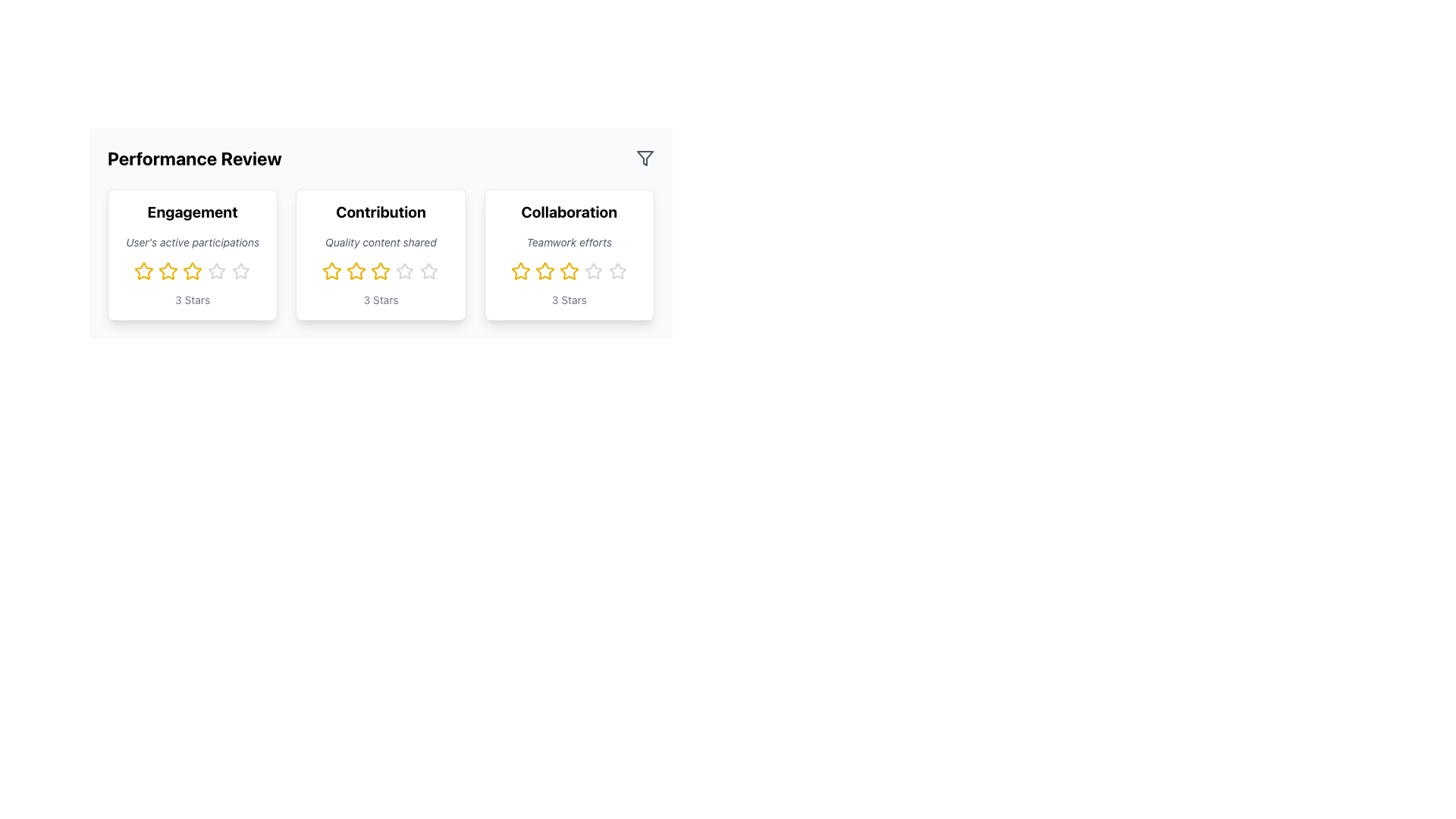 The width and height of the screenshot is (1456, 819). What do you see at coordinates (192, 271) in the screenshot?
I see `the fourth star icon in the 5-star rating system within the 'Engagement' card of the 'Performance Review' section to indicate that it is selected or interacted with` at bounding box center [192, 271].